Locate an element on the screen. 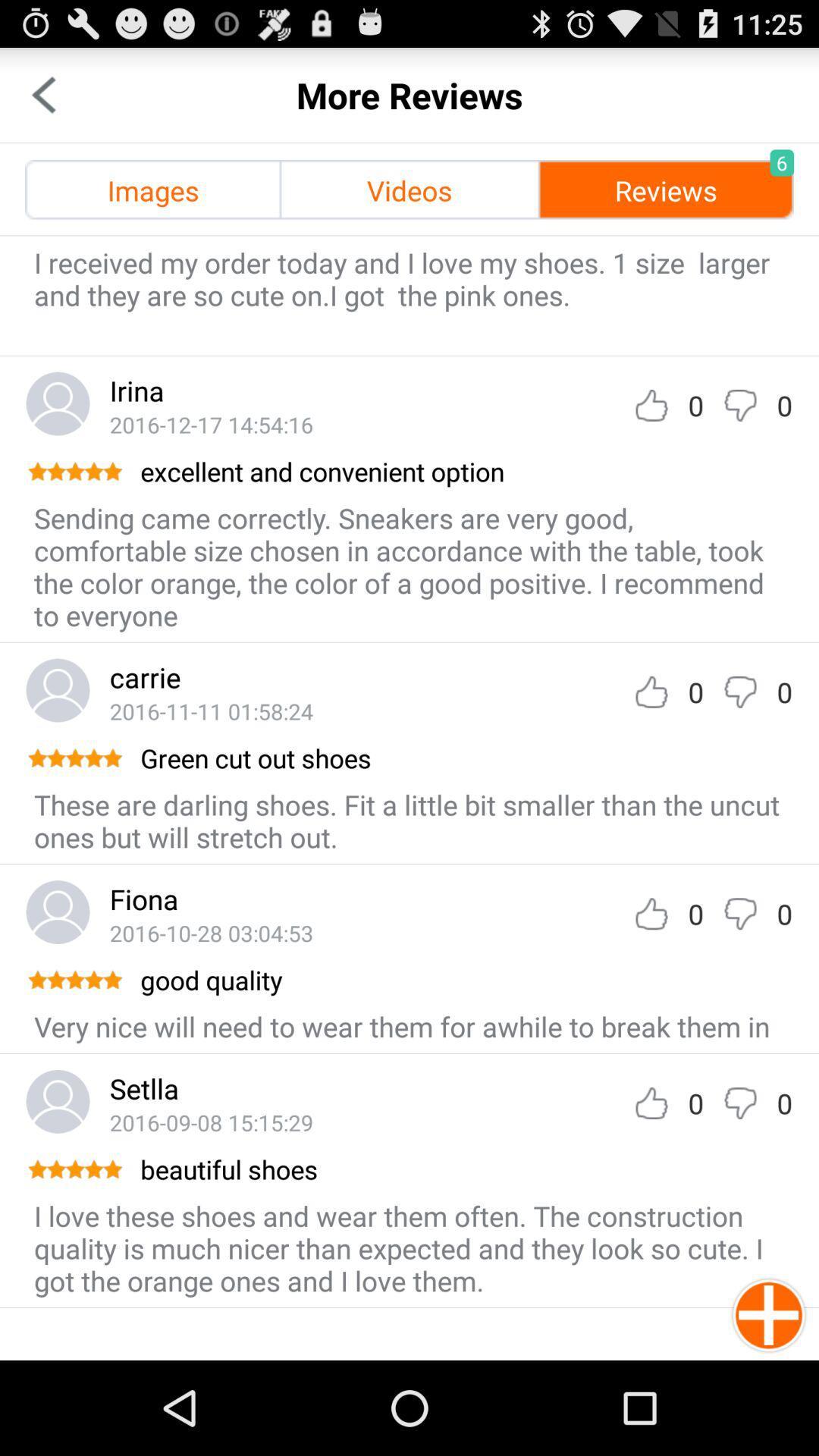 This screenshot has height=1456, width=819. thumbs down is located at coordinates (739, 913).